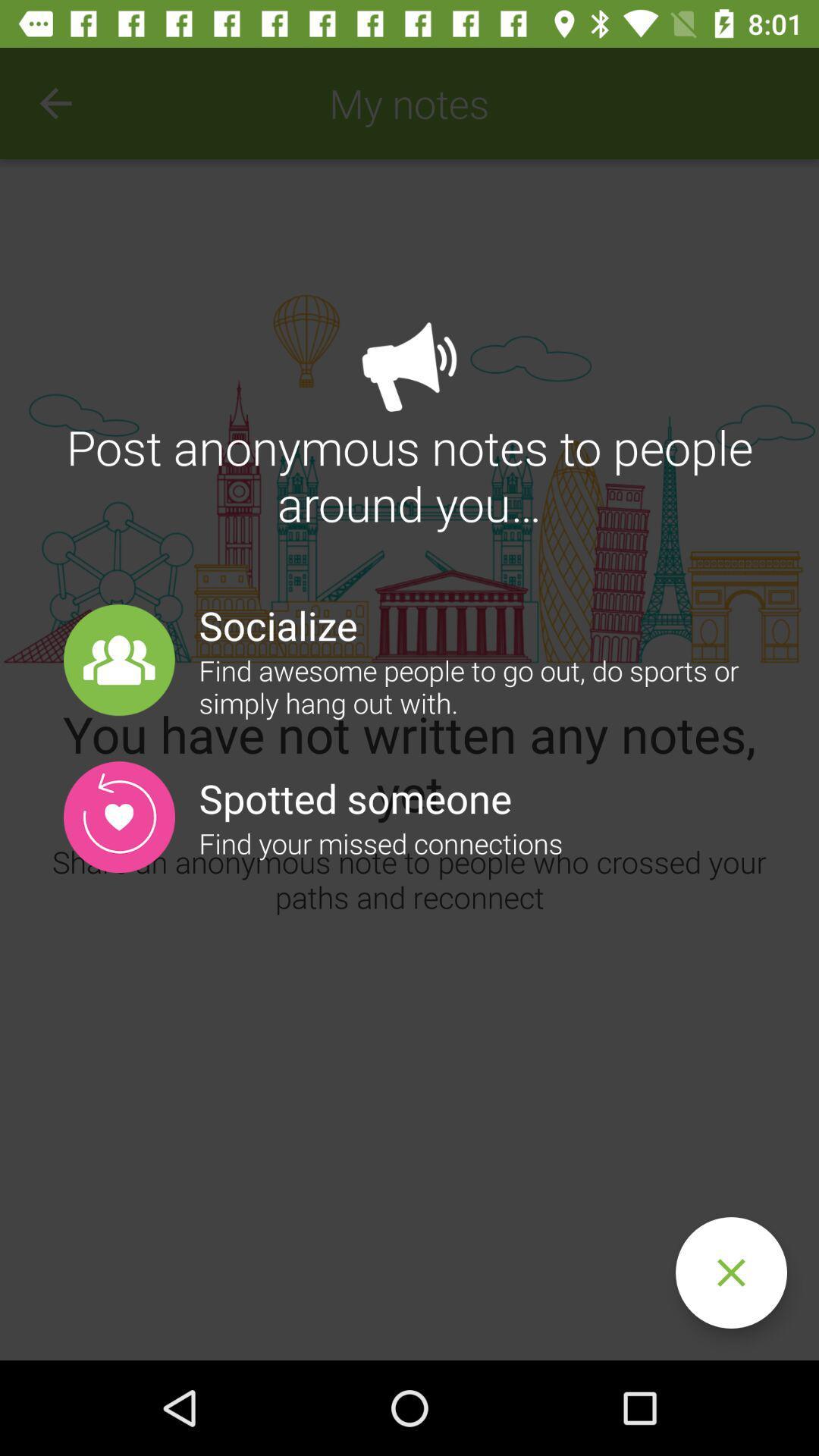 The image size is (819, 1456). I want to click on the close icon, so click(730, 1272).